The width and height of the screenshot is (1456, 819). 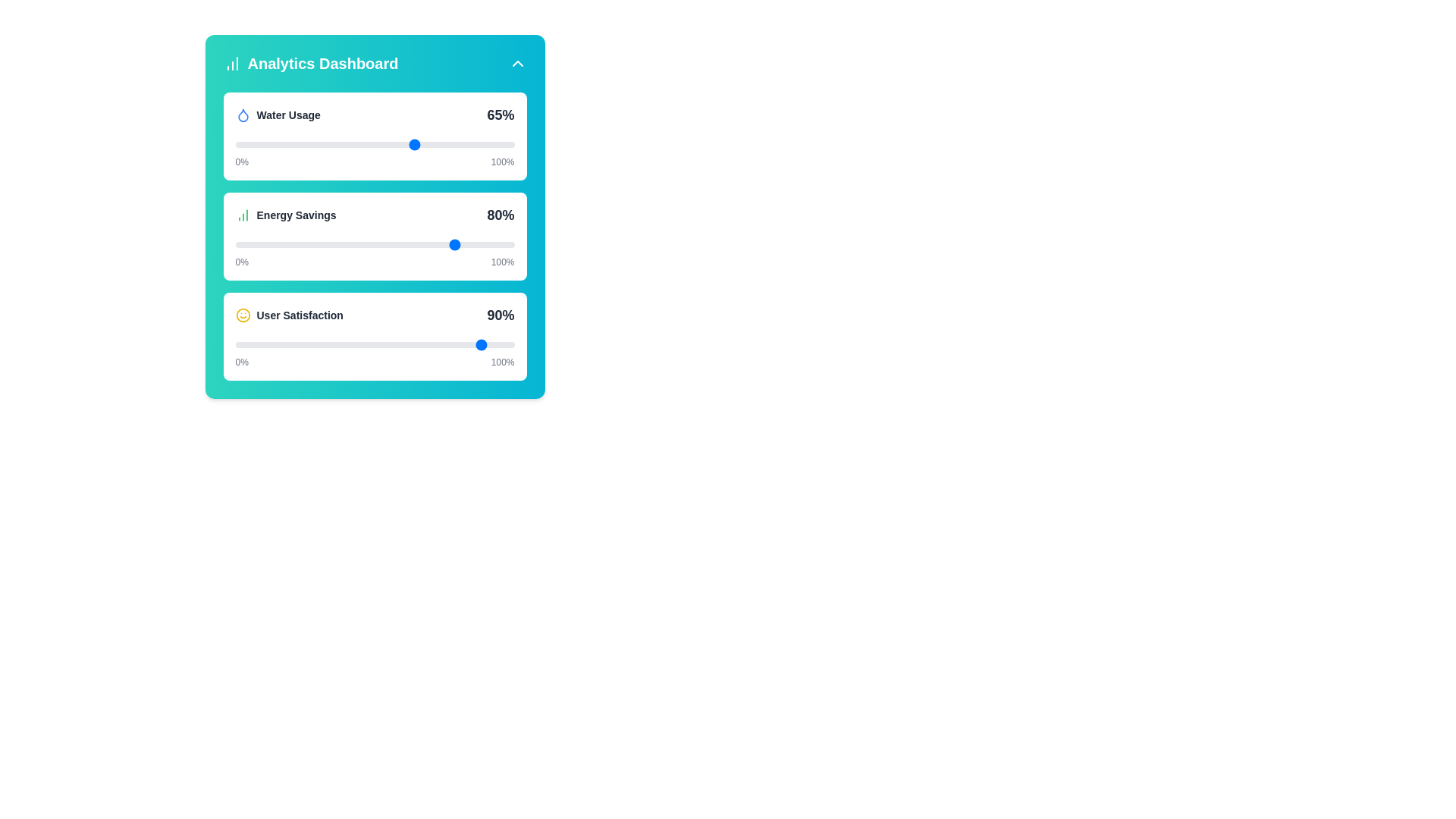 I want to click on the static text label displaying '100%' located on the far right side of the progress bar in the 'Water Usage' section of the 'Analytics Dashboard', so click(x=503, y=162).